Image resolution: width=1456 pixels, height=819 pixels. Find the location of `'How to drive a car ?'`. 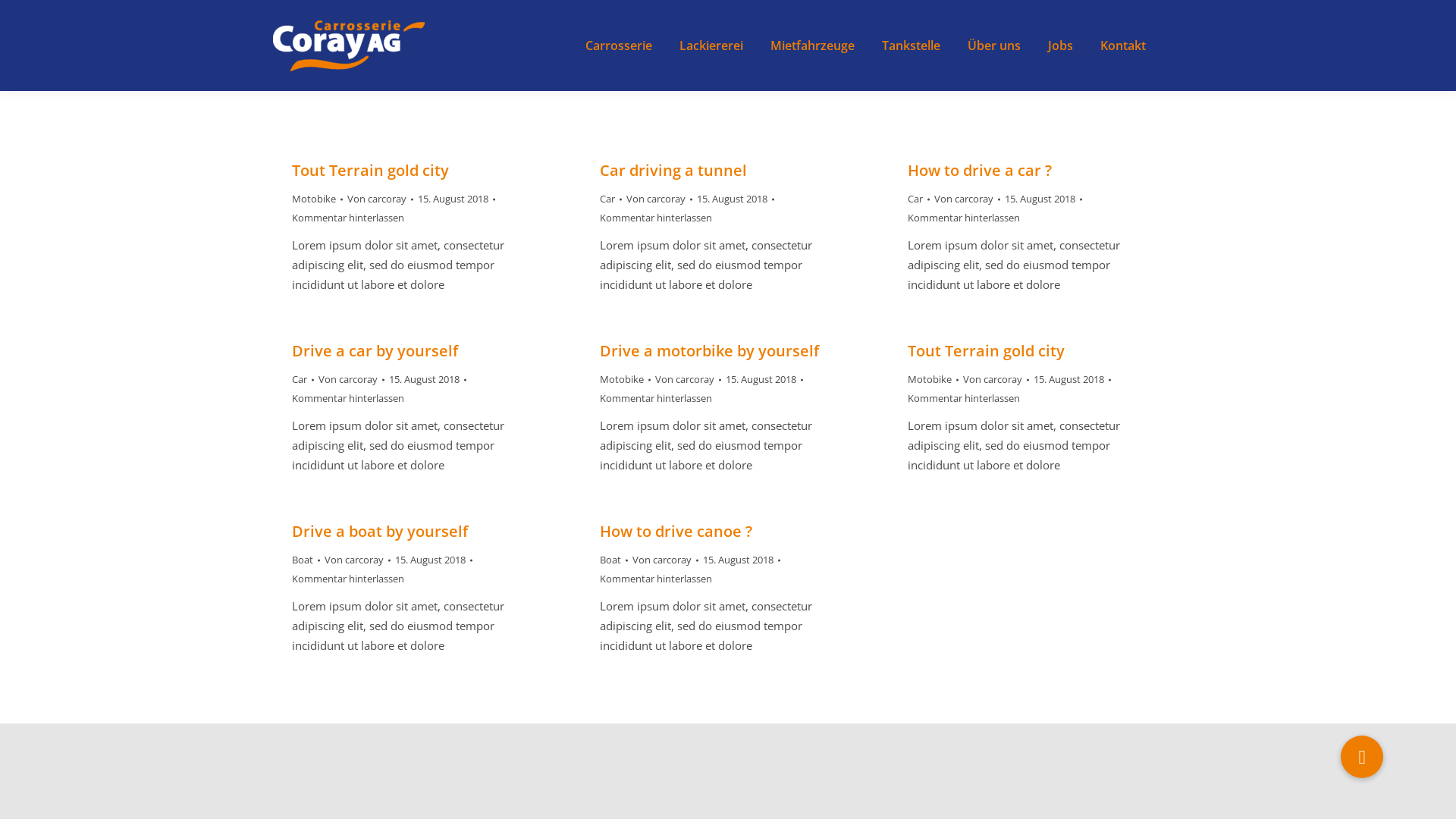

'How to drive a car ?' is located at coordinates (979, 170).